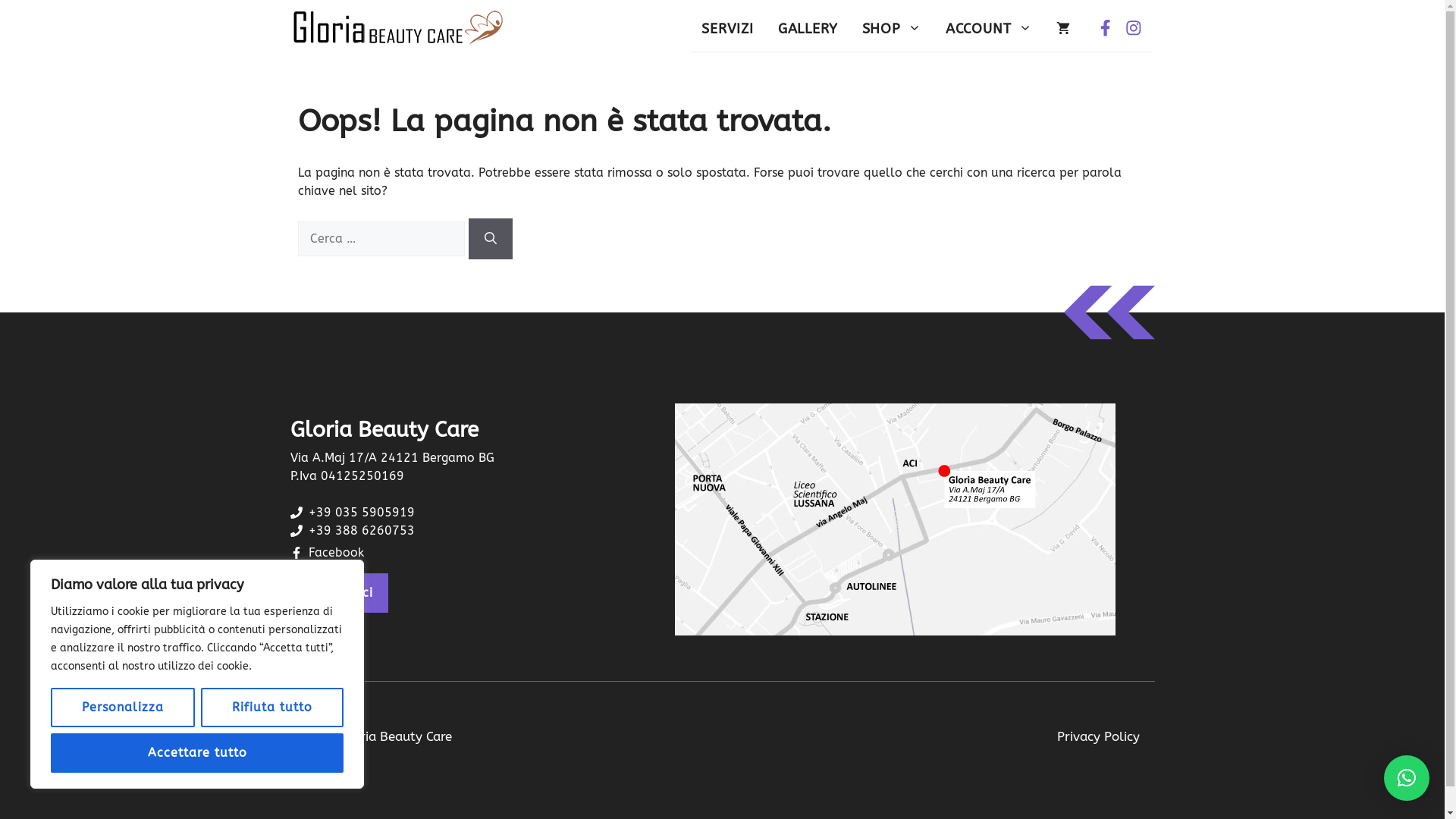  I want to click on 'Personalizza', so click(123, 708).